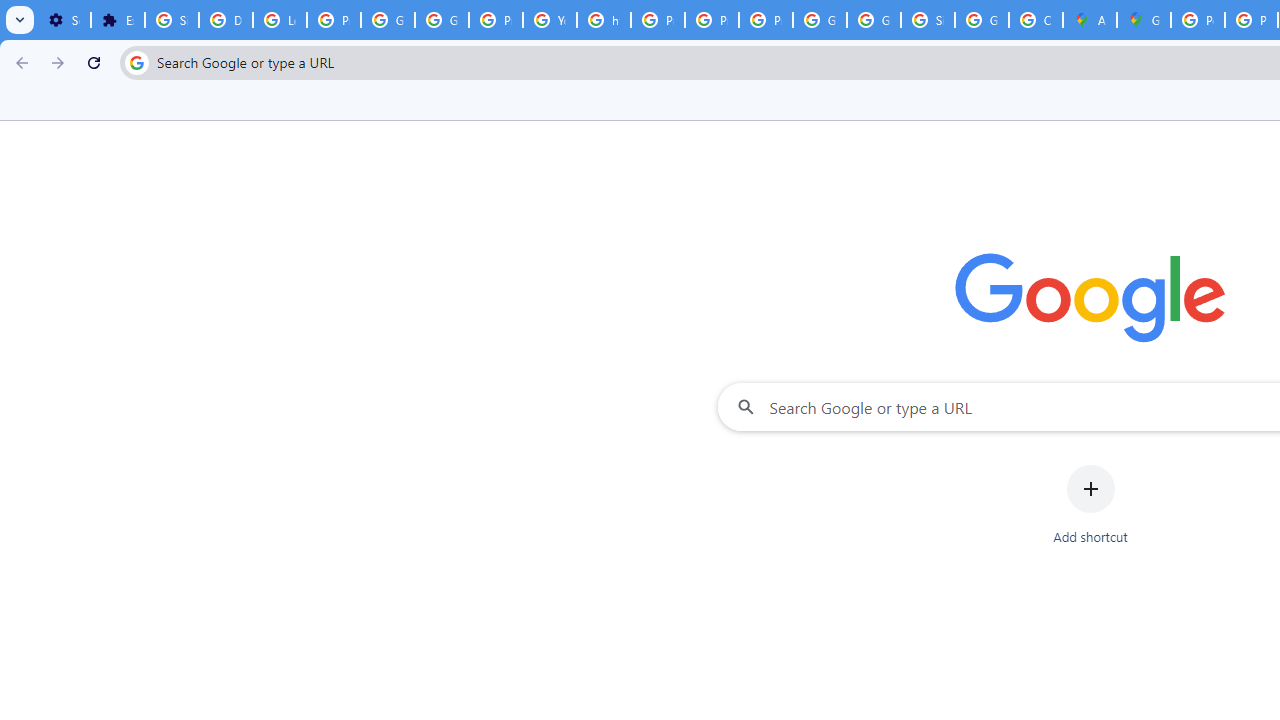 This screenshot has height=720, width=1280. Describe the element at coordinates (657, 20) in the screenshot. I see `'Privacy Help Center - Policies Help'` at that location.